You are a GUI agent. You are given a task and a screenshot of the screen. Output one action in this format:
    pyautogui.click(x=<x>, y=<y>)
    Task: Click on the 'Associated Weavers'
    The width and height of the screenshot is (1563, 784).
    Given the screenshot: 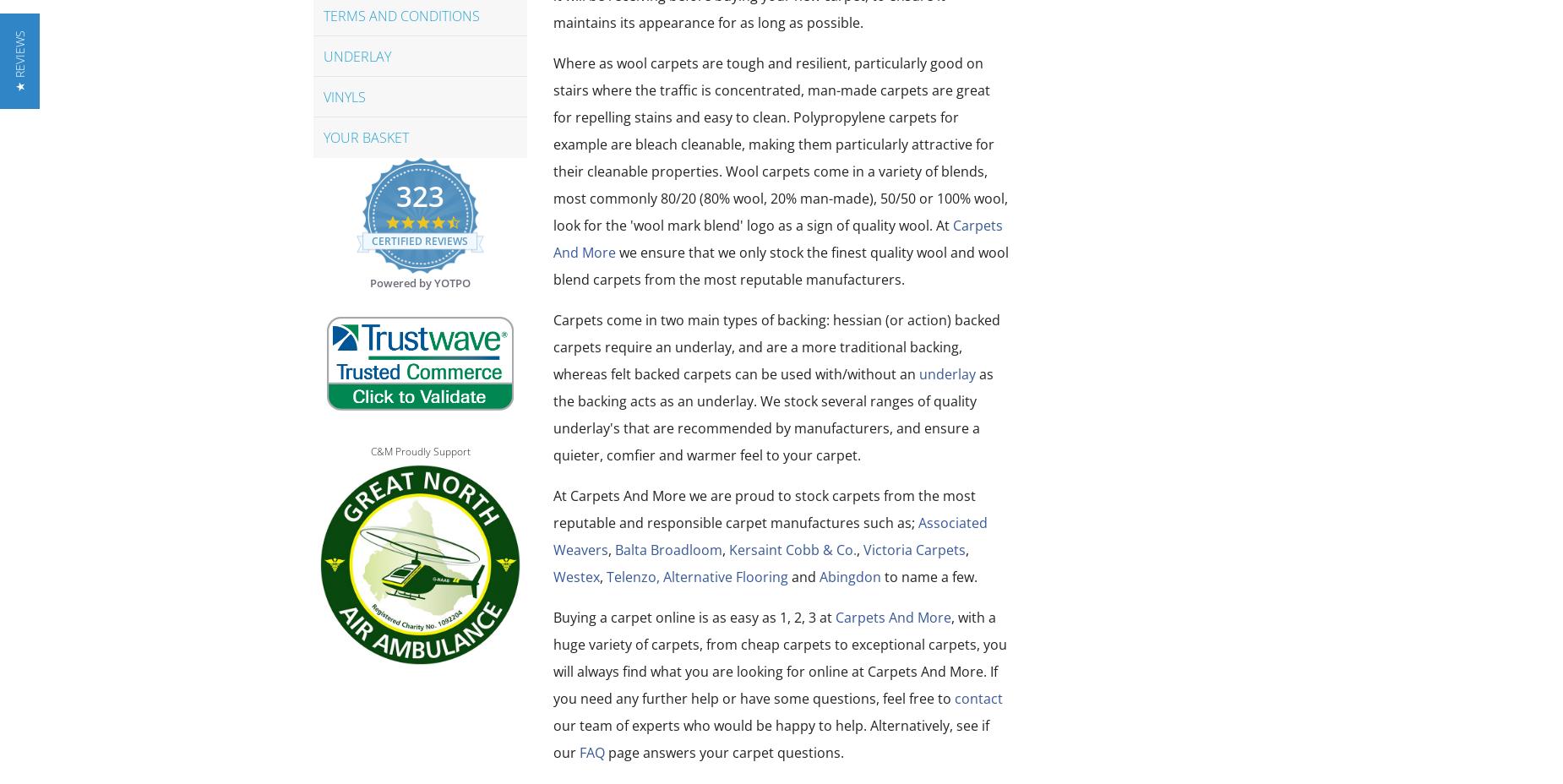 What is the action you would take?
    pyautogui.click(x=553, y=536)
    